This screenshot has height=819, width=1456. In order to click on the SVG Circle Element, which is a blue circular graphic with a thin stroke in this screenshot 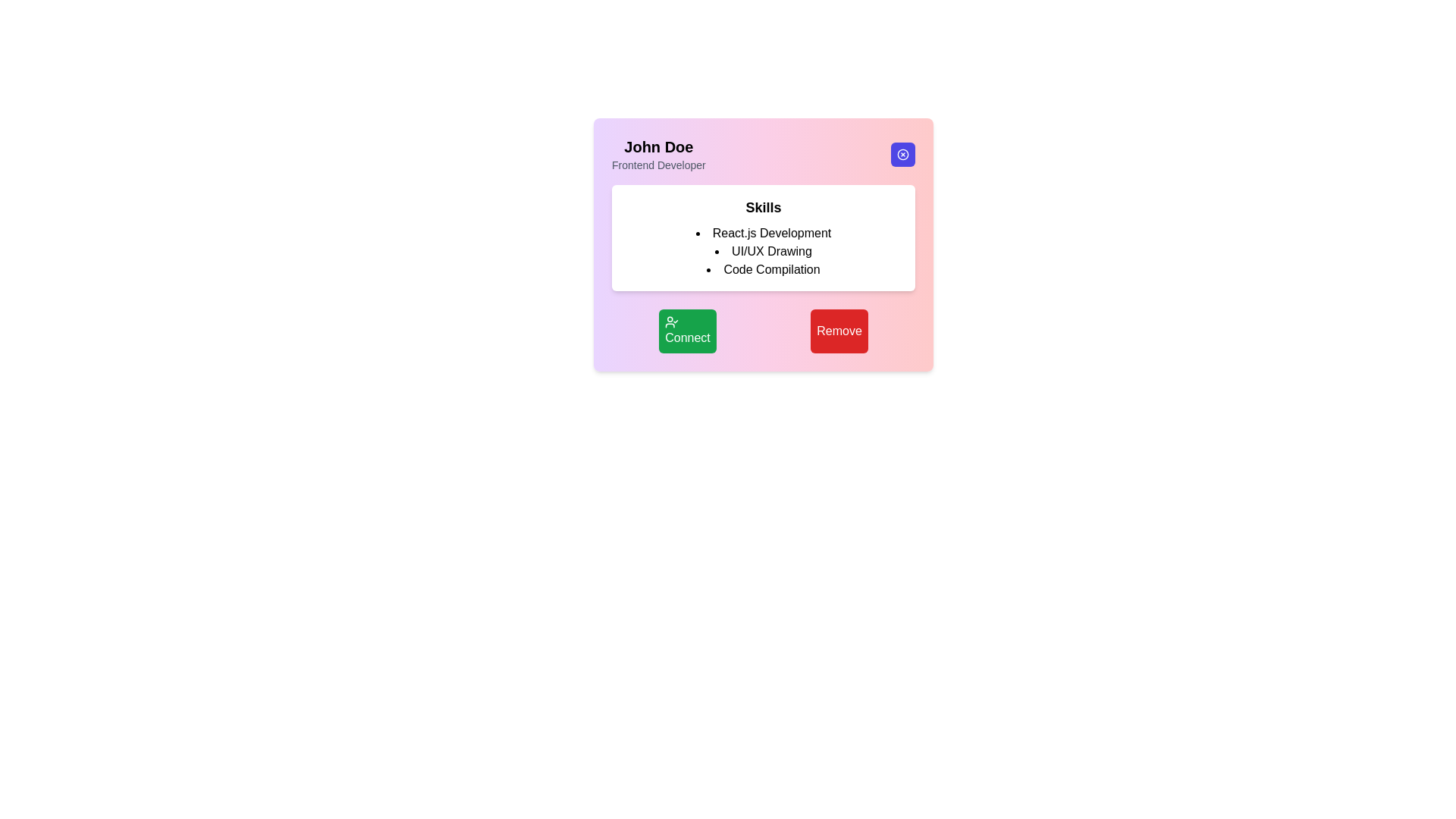, I will do `click(902, 155)`.